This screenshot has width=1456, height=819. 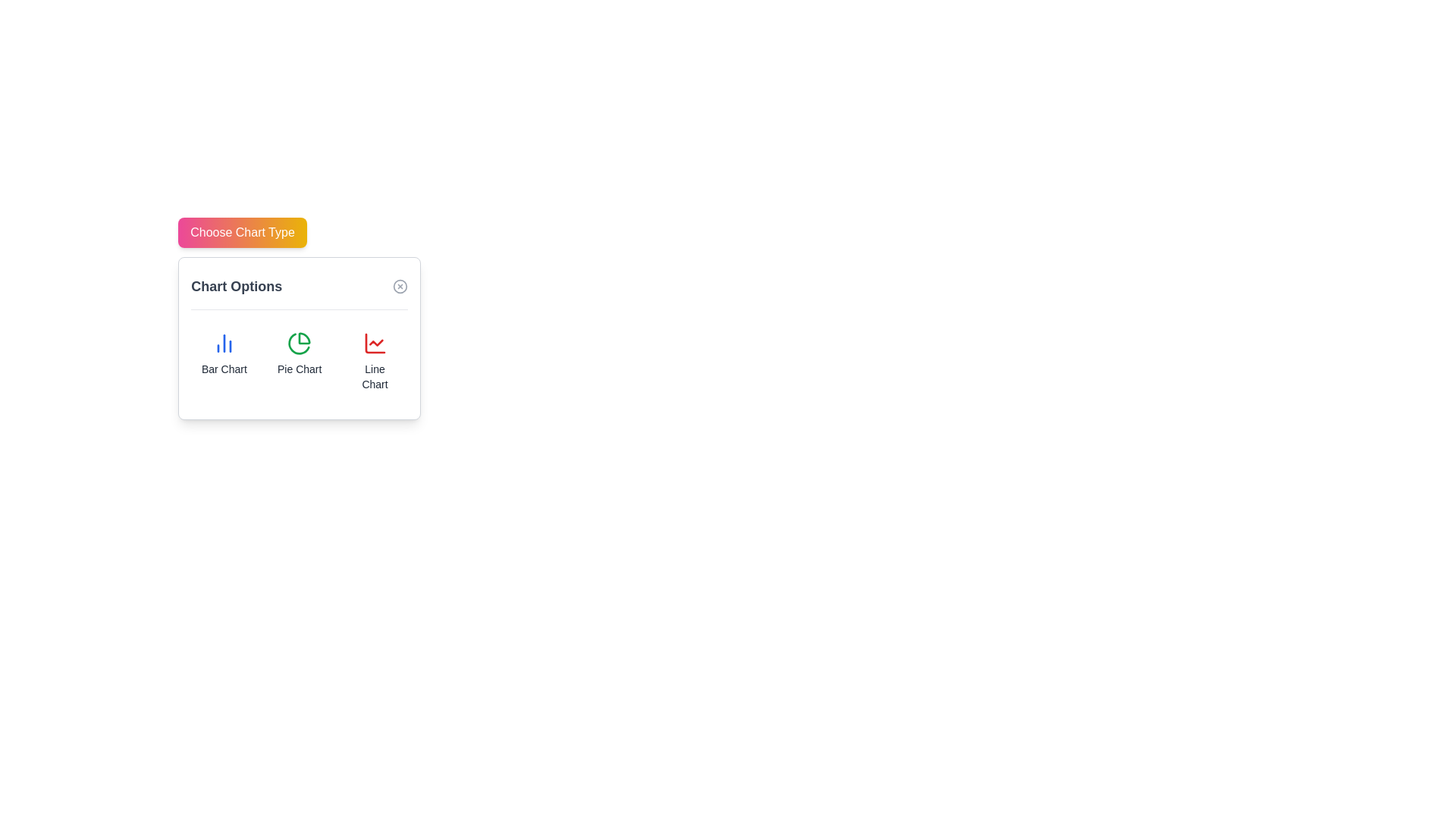 I want to click on the Pie Chart selection button located in the Chart Options card, so click(x=300, y=362).